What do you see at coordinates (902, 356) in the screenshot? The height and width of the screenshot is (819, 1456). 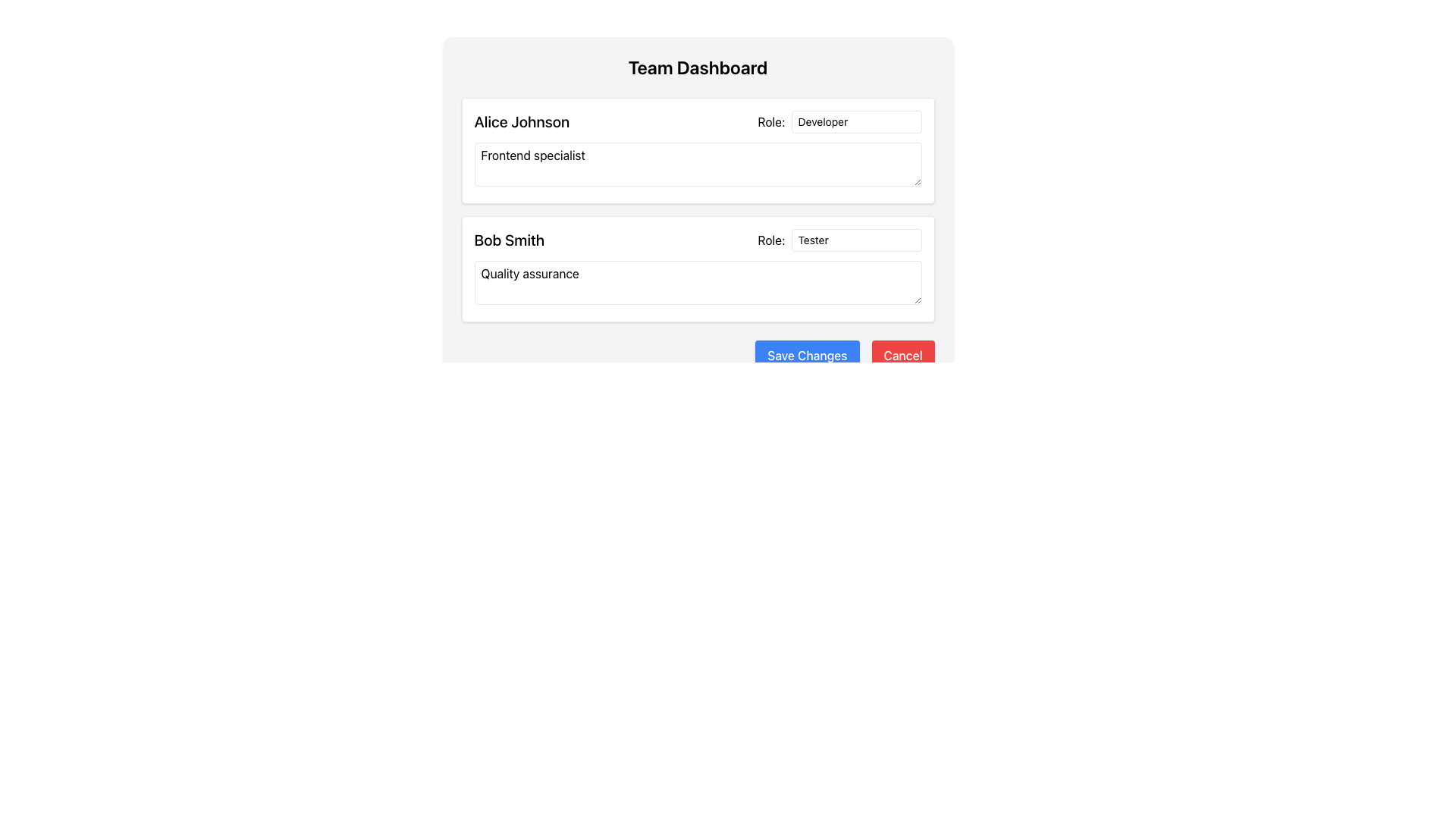 I see `the red 'Cancel' button with rounded corners located at the bottom-right corner of the footer section` at bounding box center [902, 356].